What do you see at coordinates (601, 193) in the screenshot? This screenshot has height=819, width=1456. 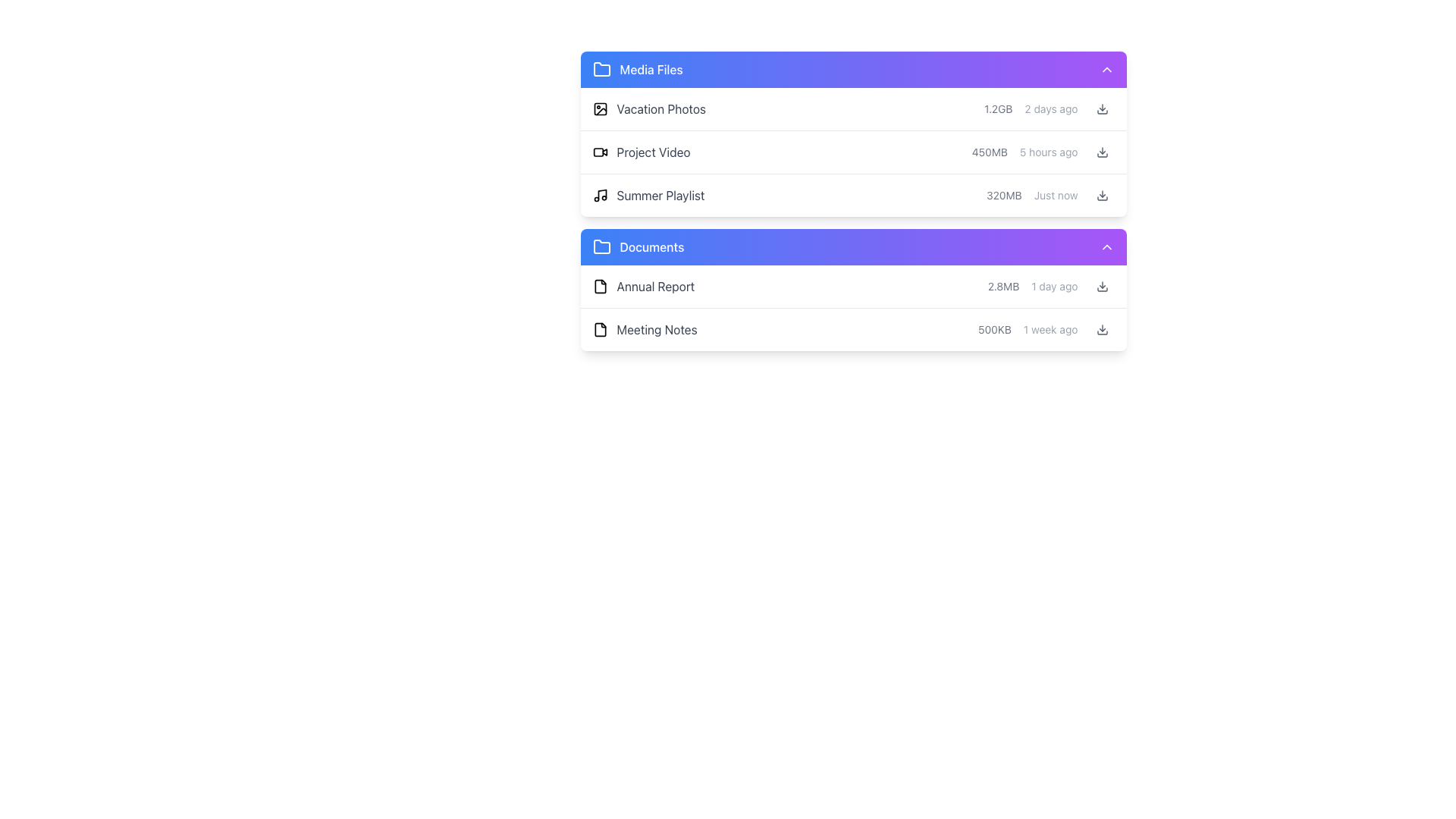 I see `the stem of the music note icon, which is part of the third item` at bounding box center [601, 193].